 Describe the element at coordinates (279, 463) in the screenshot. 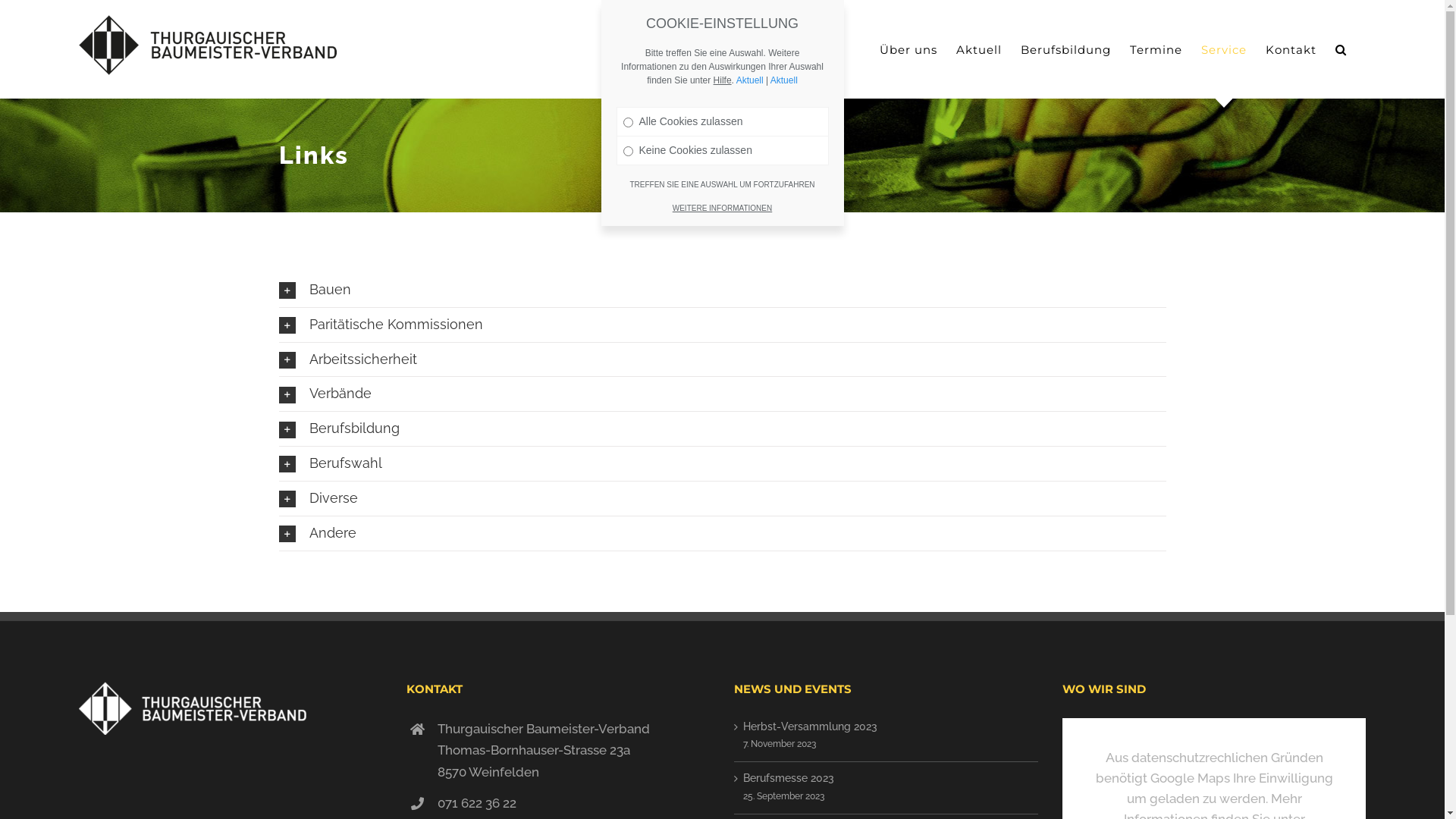

I see `'Berufswahl'` at that location.